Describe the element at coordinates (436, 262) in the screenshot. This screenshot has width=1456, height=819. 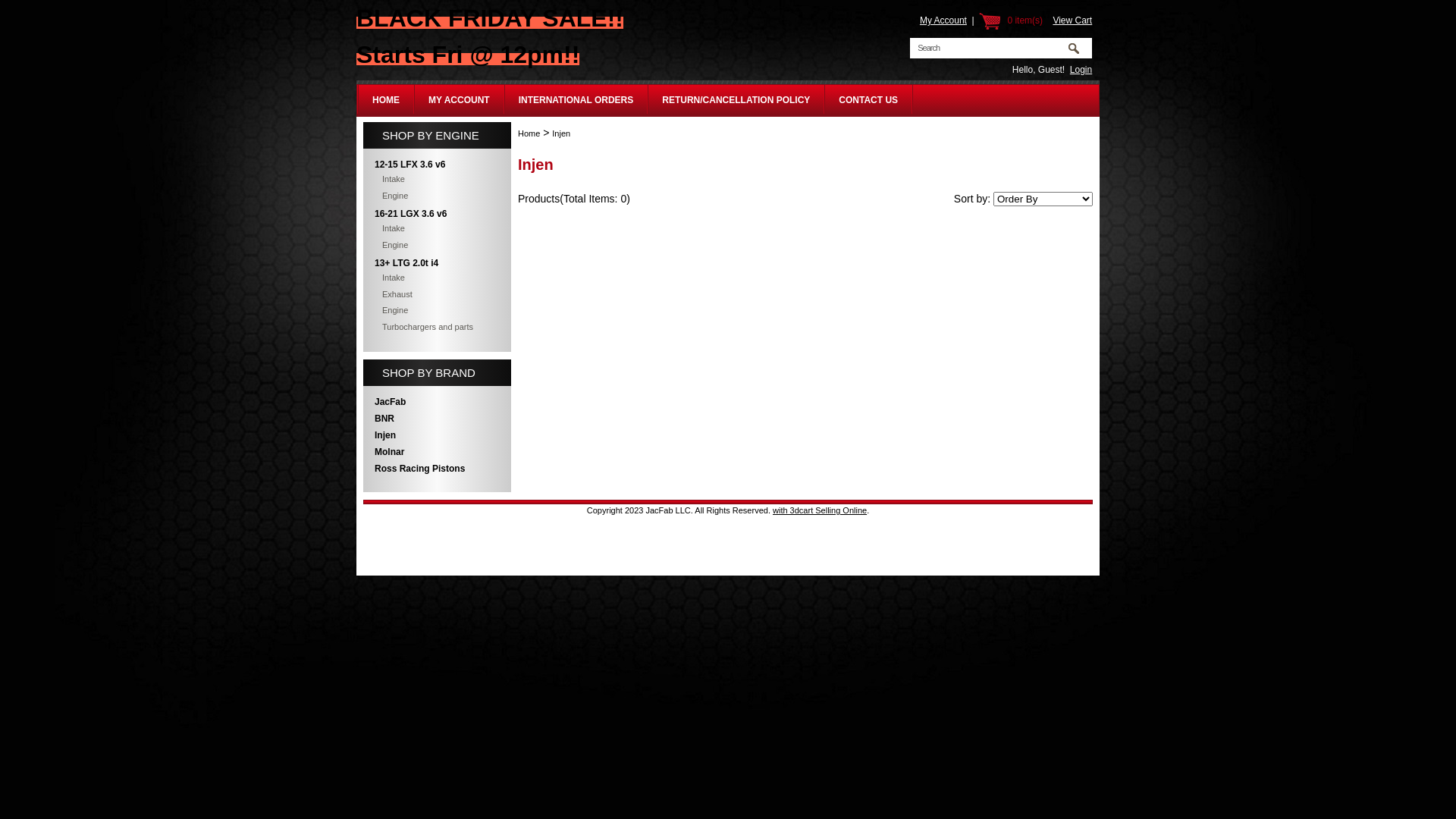
I see `'13+ LTG 2.0t i4'` at that location.